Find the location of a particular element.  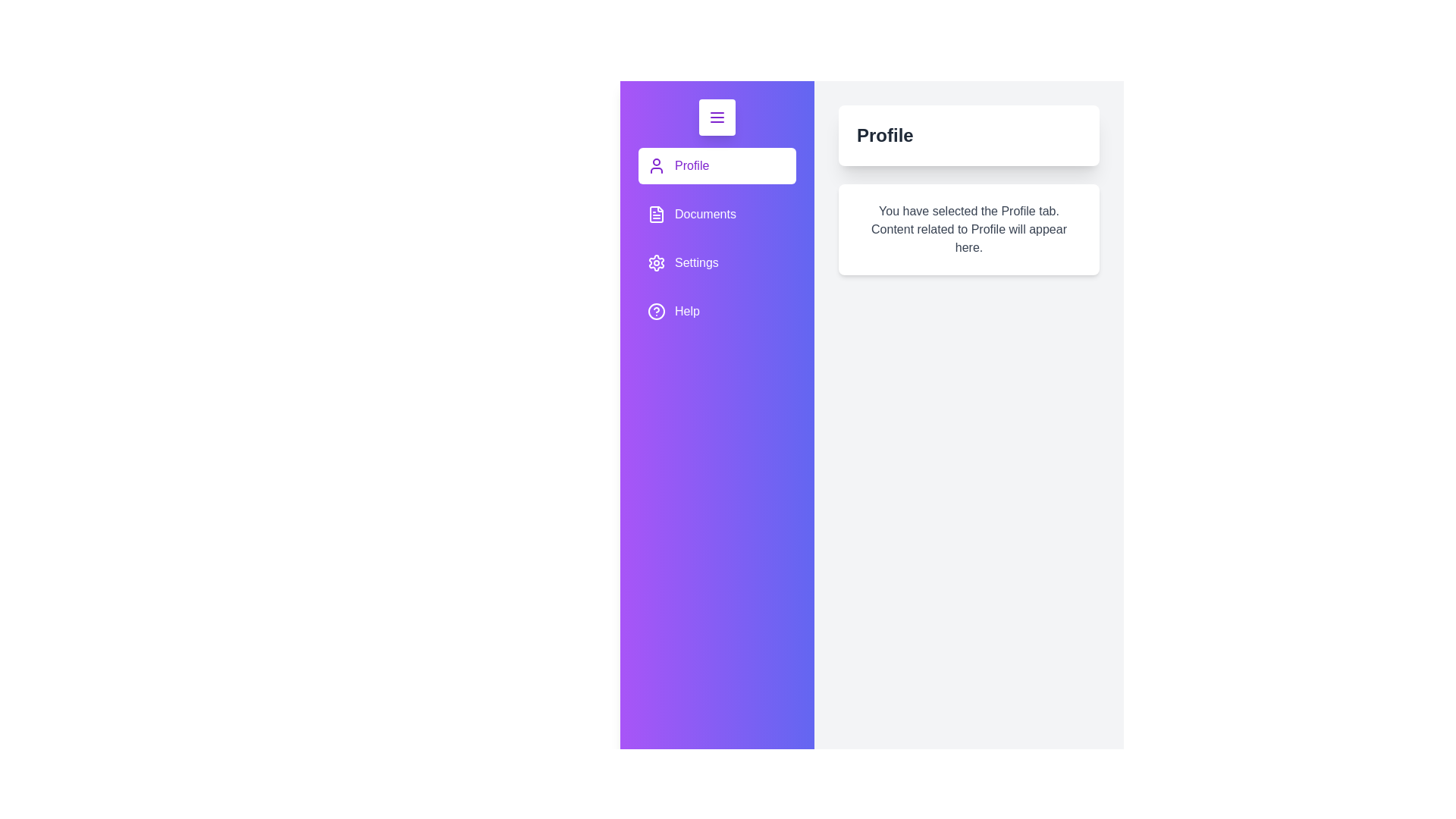

the Documents tab to view its content is located at coordinates (716, 214).